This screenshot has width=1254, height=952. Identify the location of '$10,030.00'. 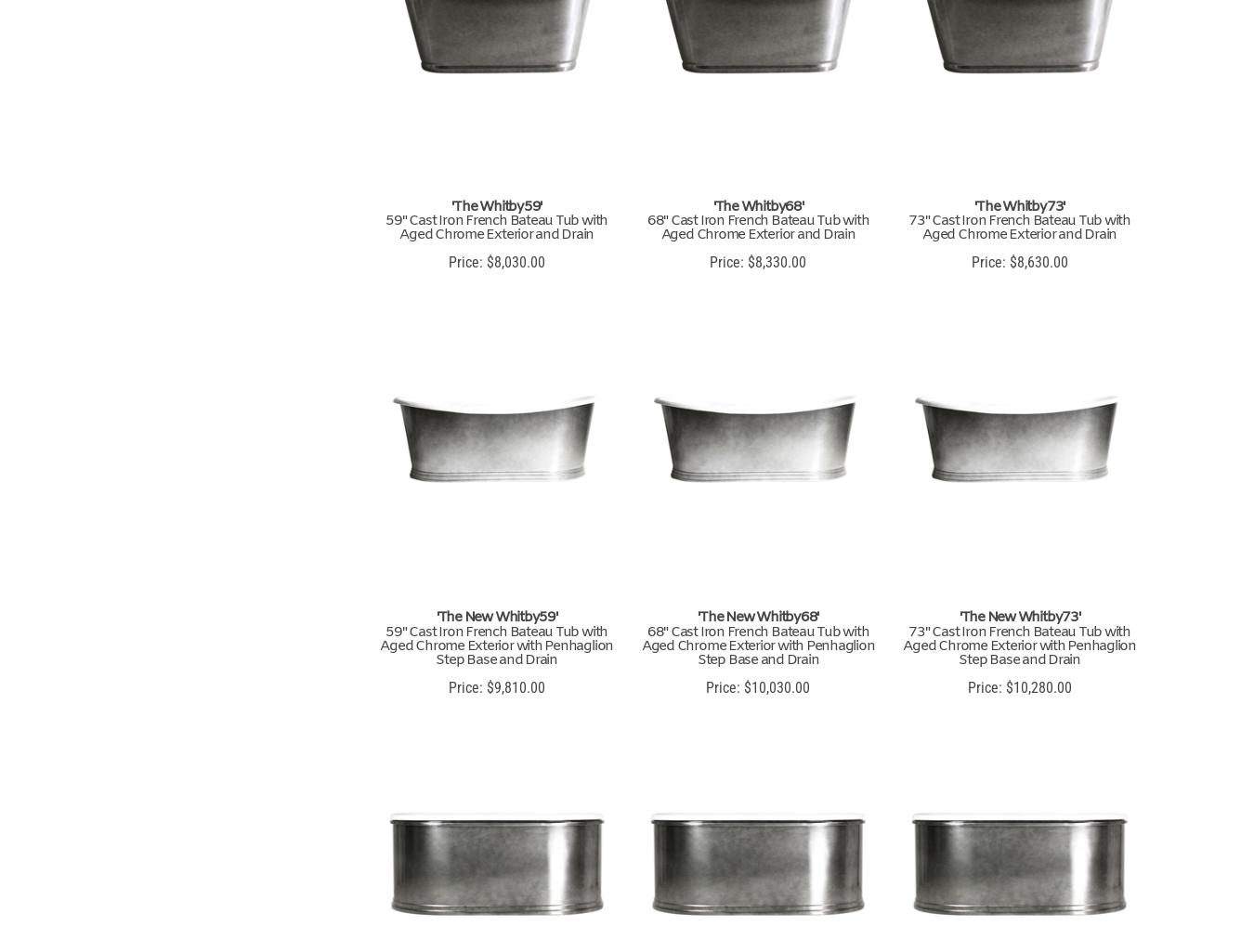
(775, 685).